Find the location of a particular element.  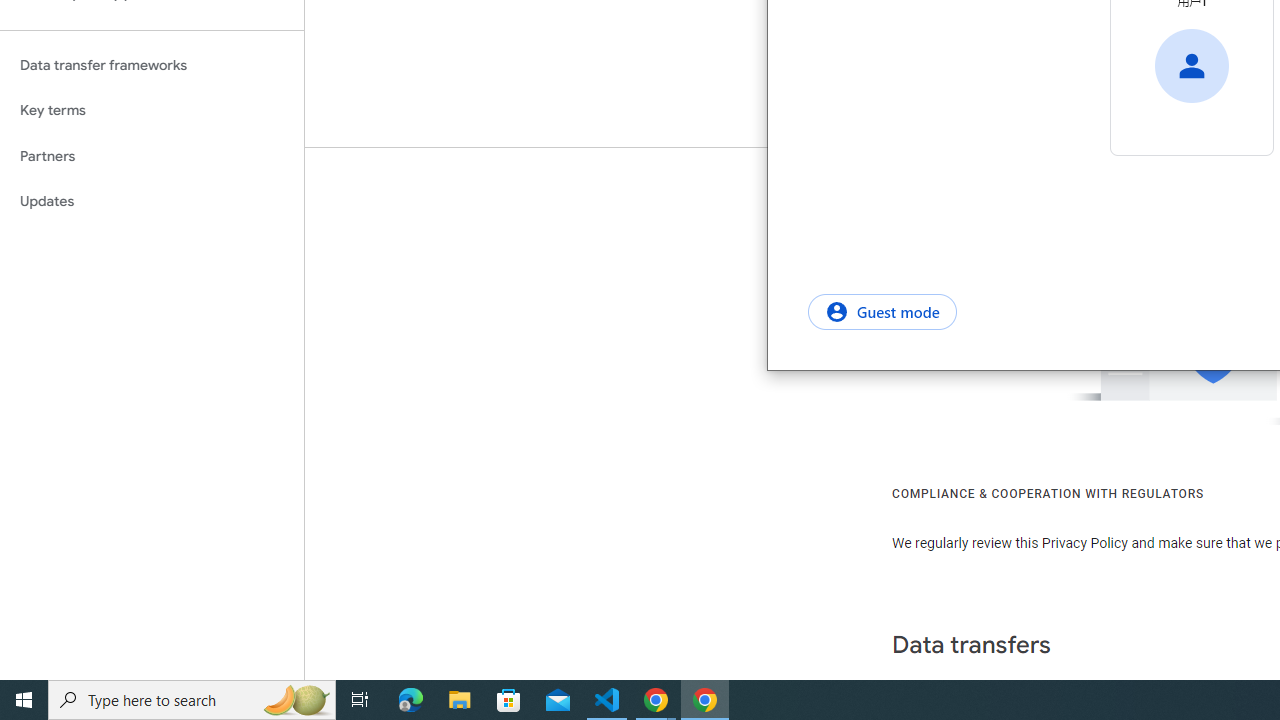

'Microsoft Store' is located at coordinates (509, 698).